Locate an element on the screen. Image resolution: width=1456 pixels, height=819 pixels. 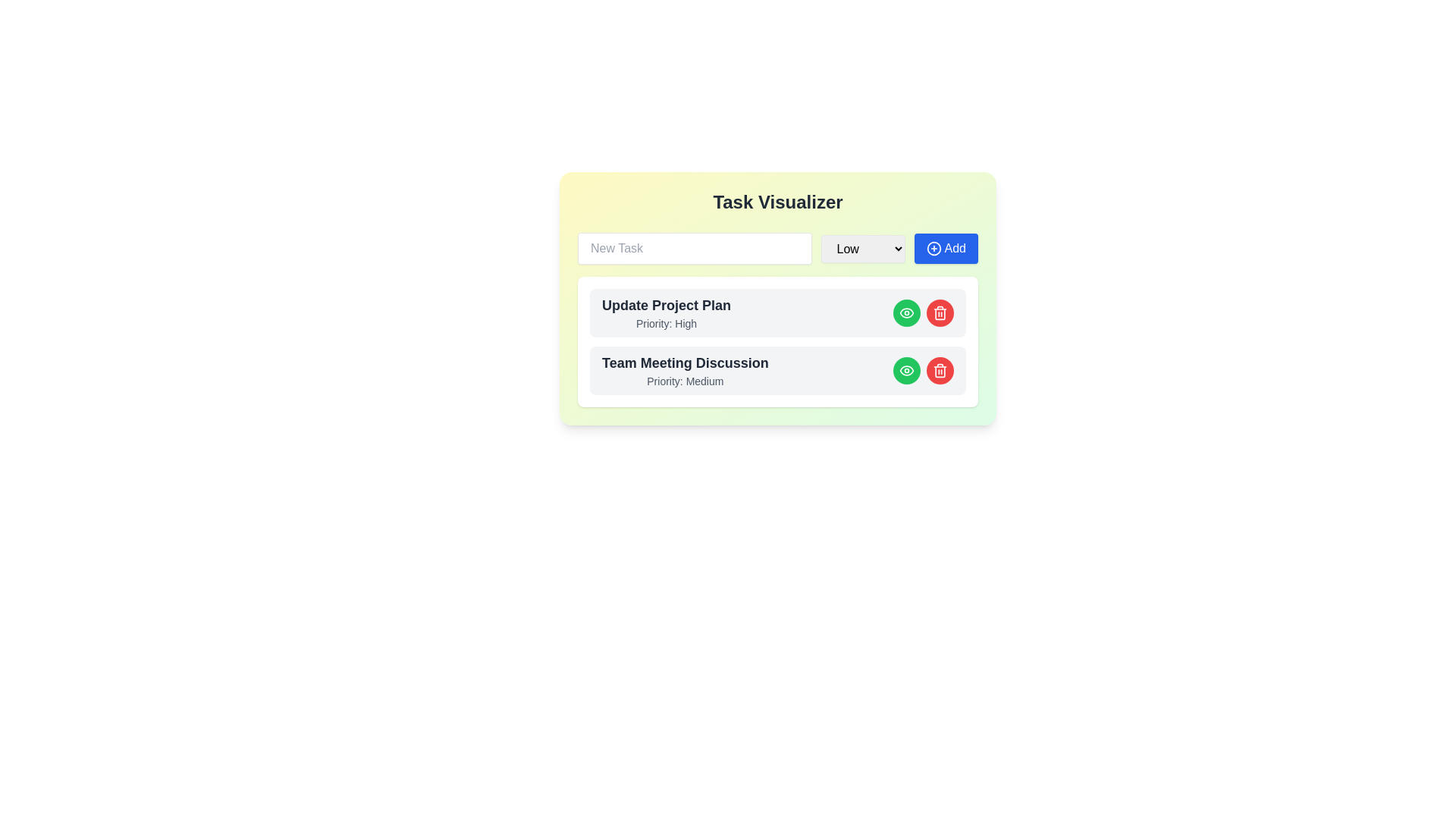
the eye icon button, which is a minimalist circular element located on a green circular button in the task bar, to trigger the tooltip or highlight effect is located at coordinates (906, 312).